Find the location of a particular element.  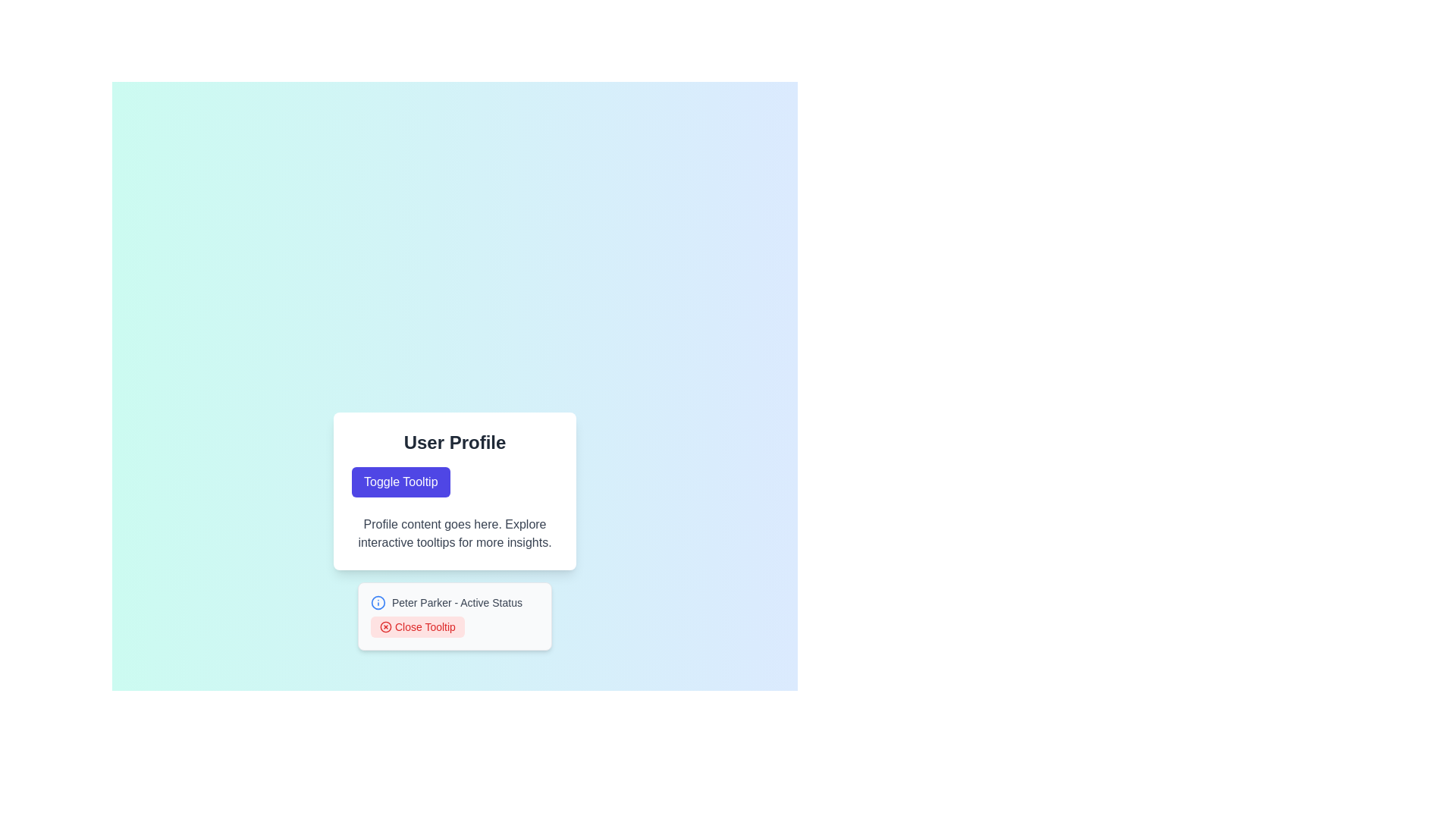

the dismiss button for the tooltip or modal labeled 'Peter Parker - Active Status', located below the text 'Peter Parker - Active Status' is located at coordinates (418, 626).